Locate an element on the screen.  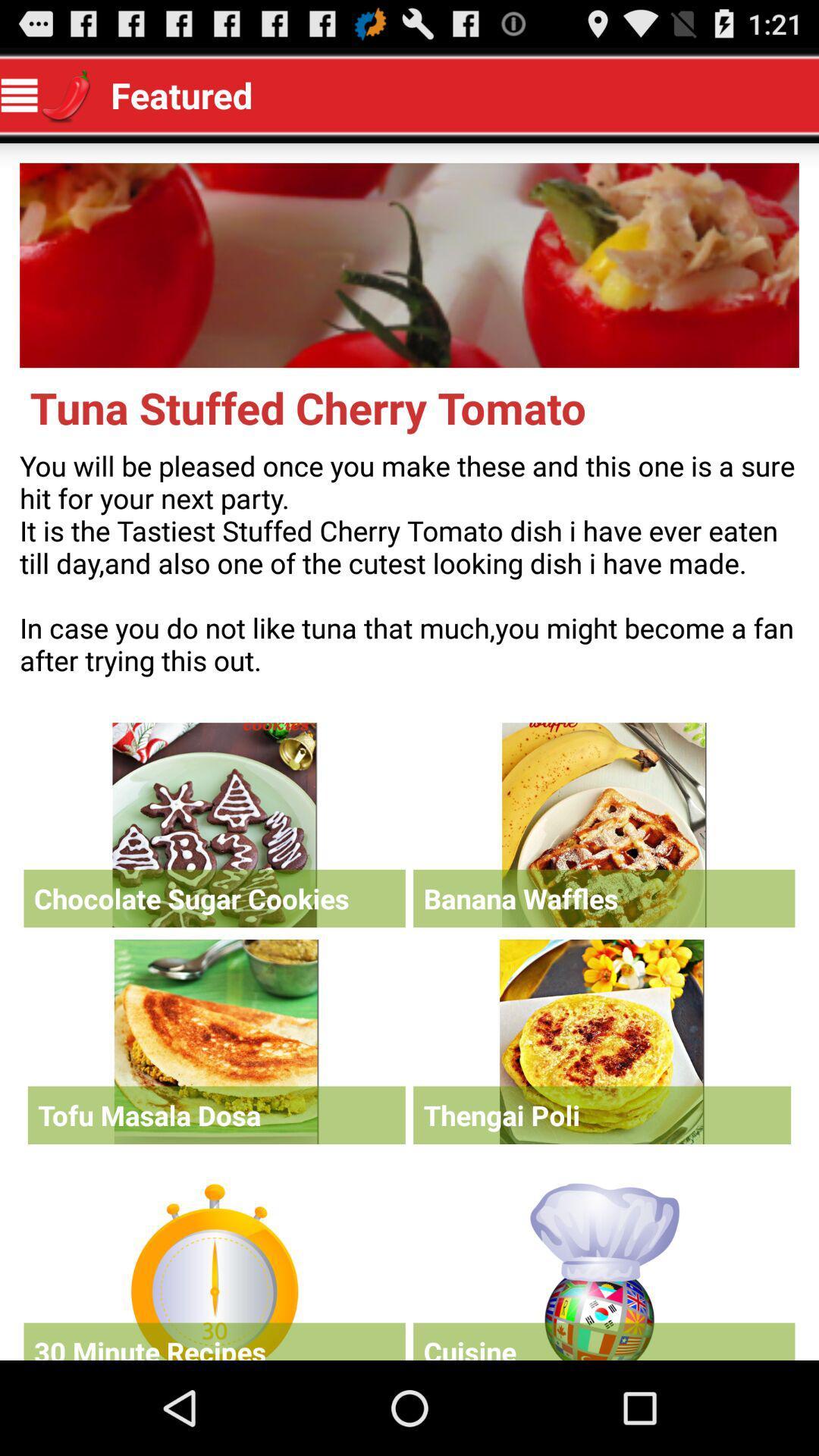
30 minute recipes is located at coordinates (215, 1268).